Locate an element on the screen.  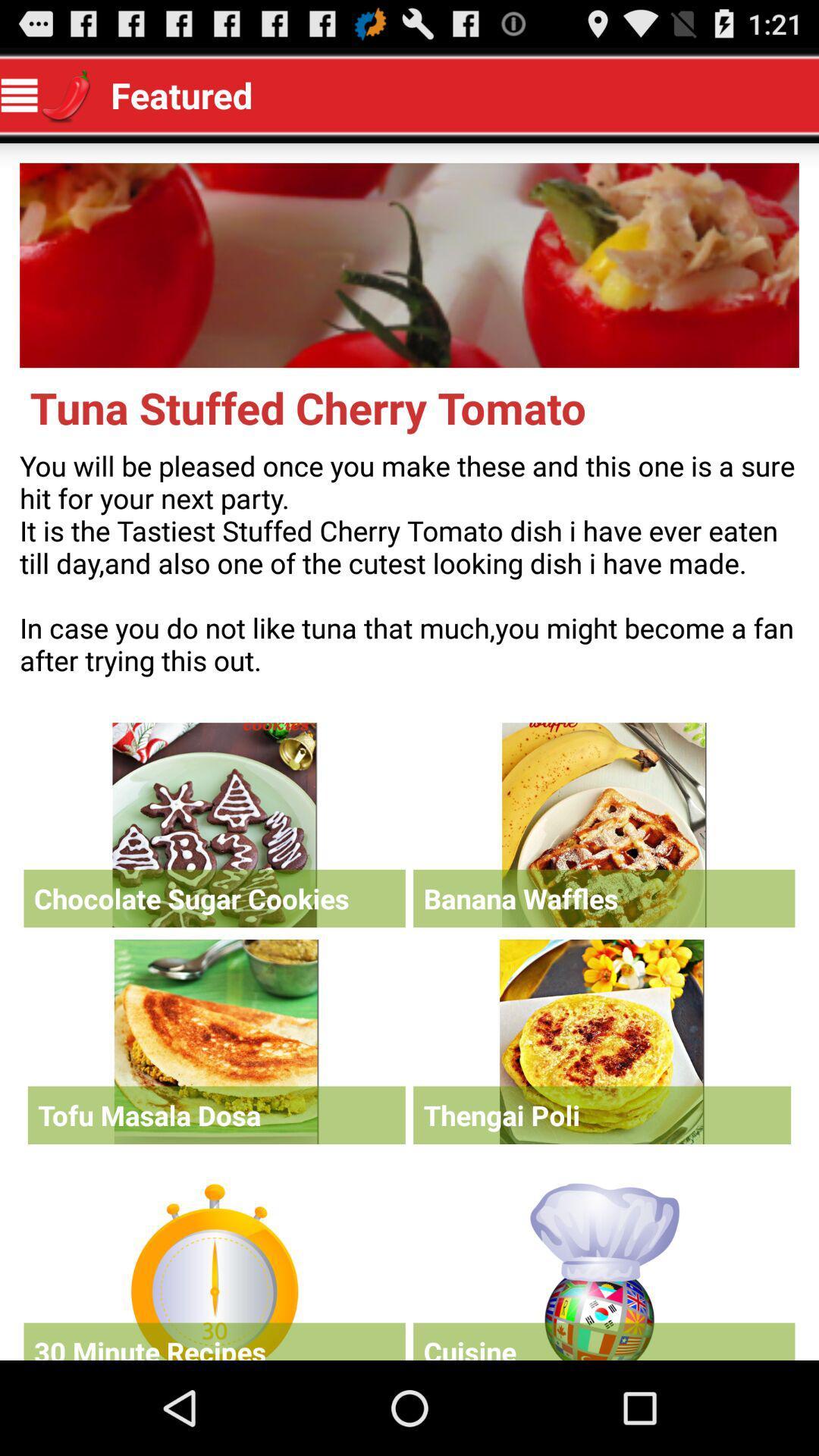
30 minute recipes is located at coordinates (215, 1268).